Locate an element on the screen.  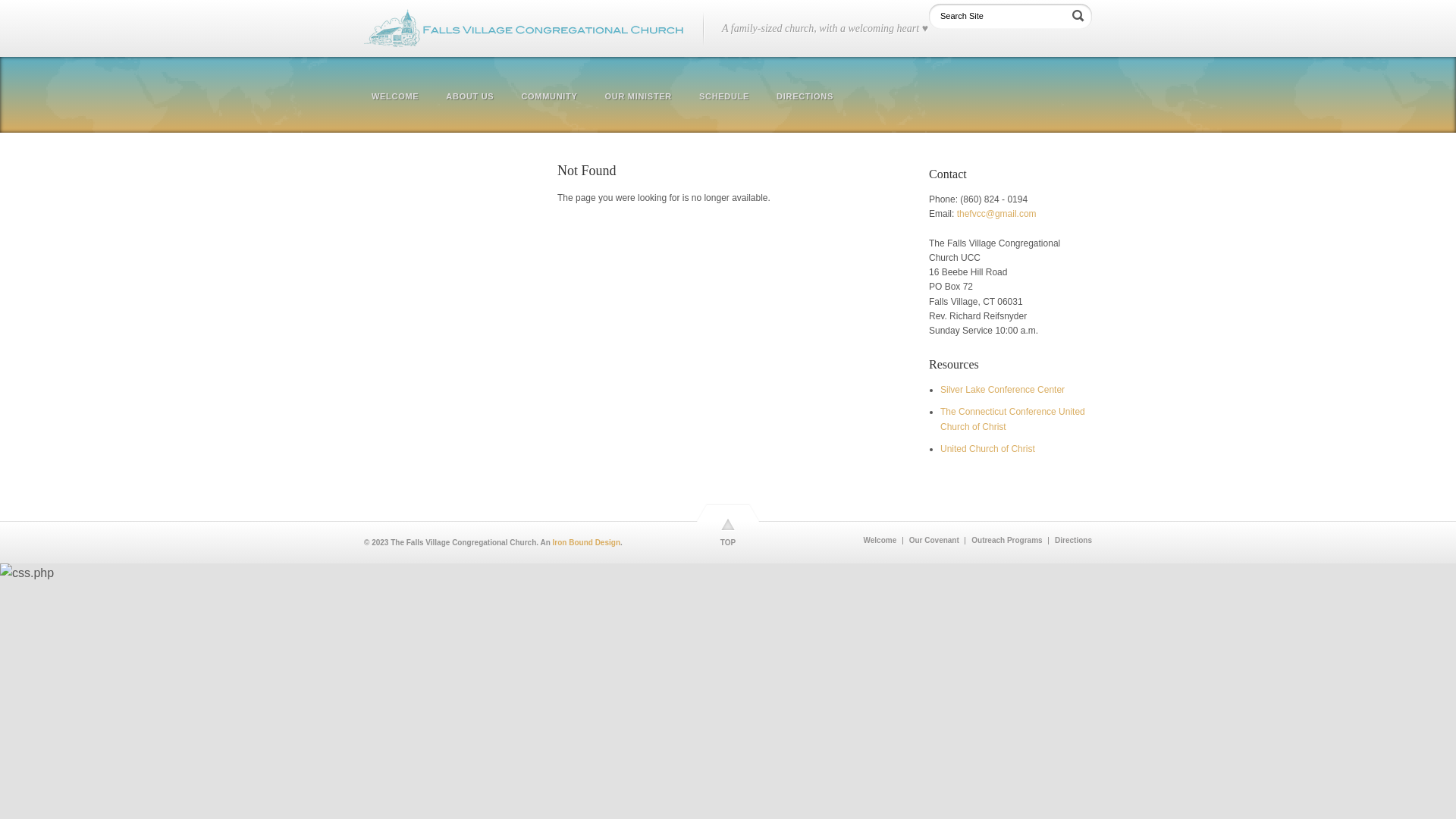
'WELCOME' is located at coordinates (397, 96).